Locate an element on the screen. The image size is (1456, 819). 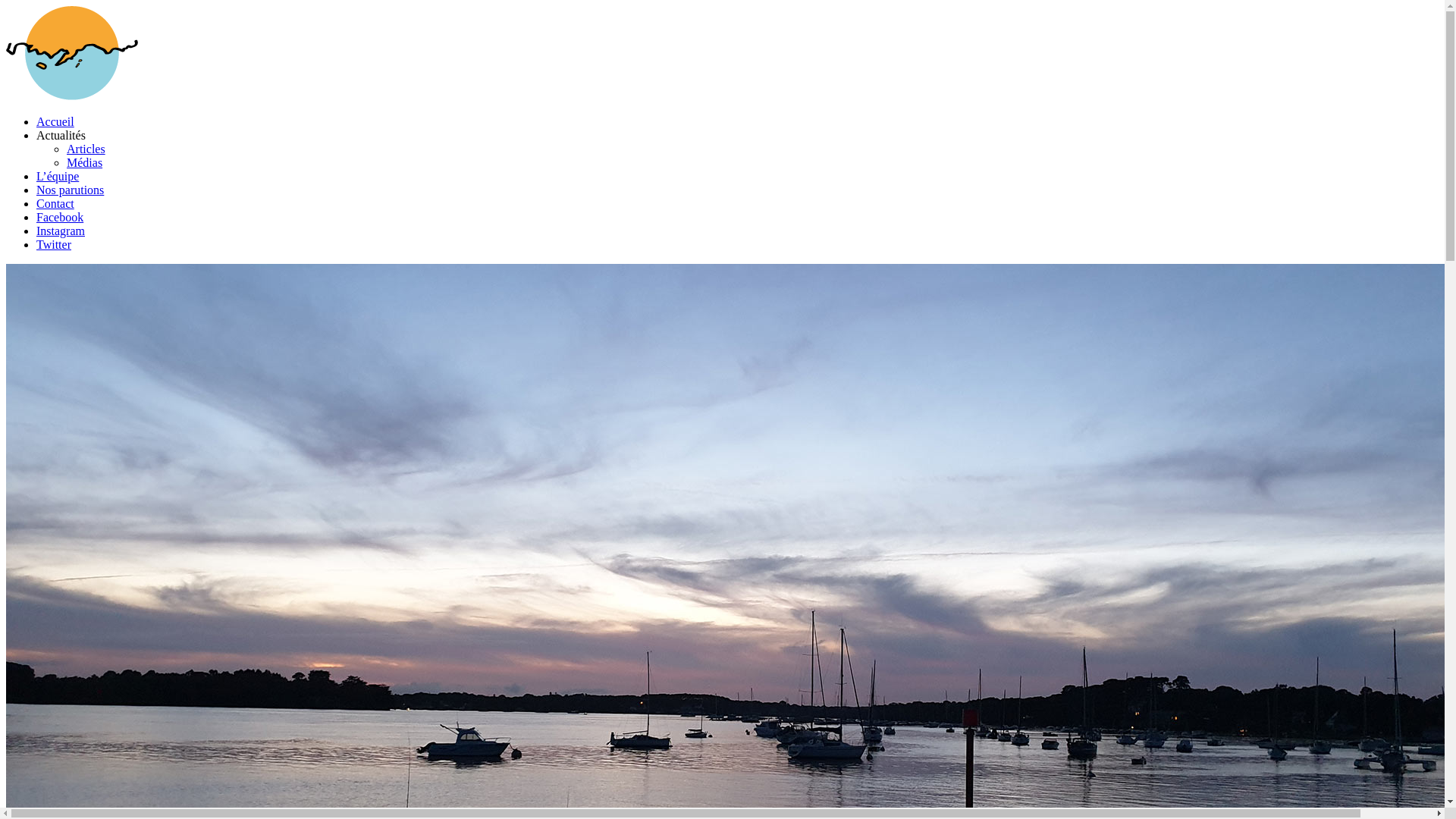
'Instagram' is located at coordinates (61, 231).